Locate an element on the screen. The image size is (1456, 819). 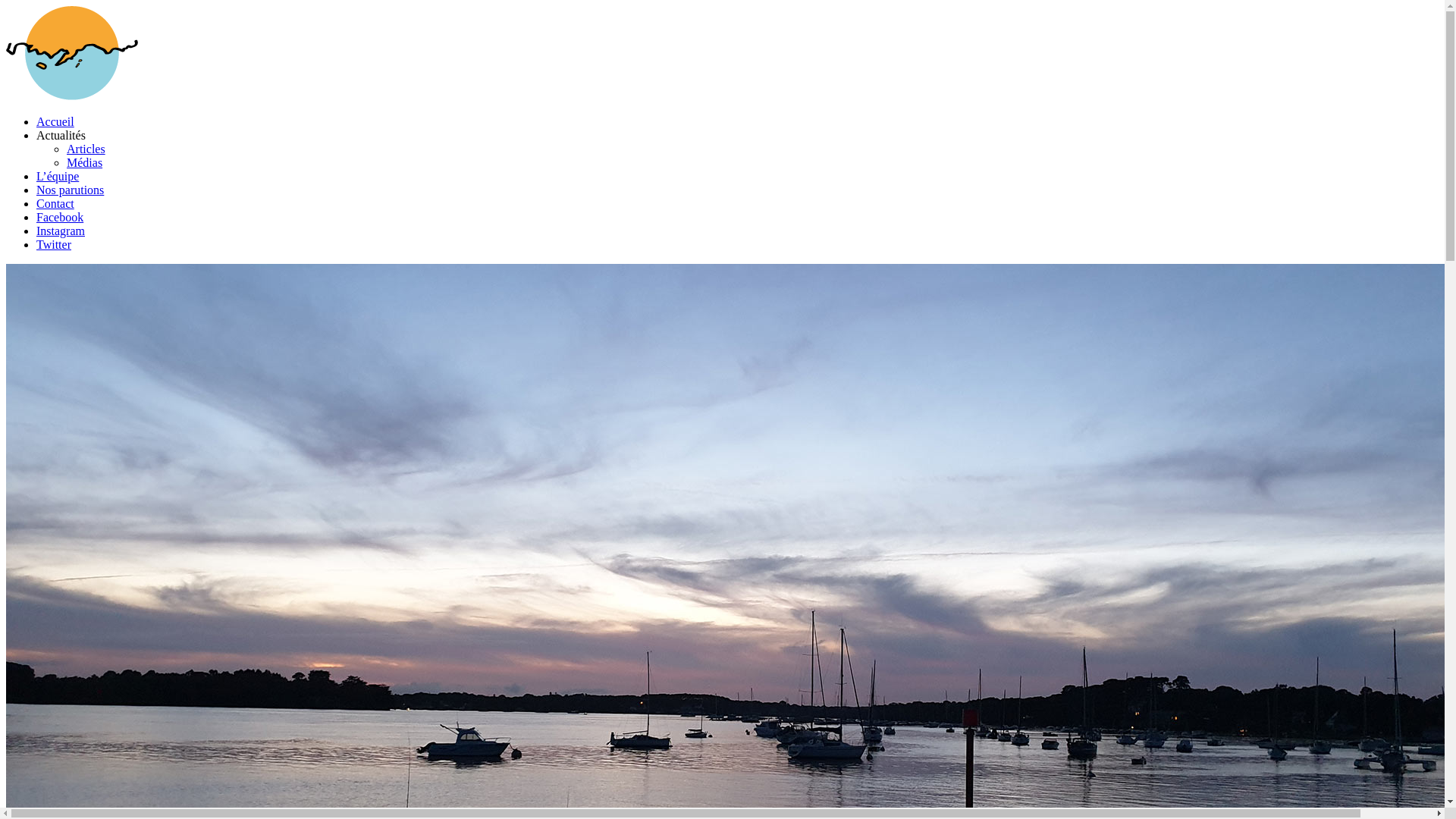
'Instagram' is located at coordinates (61, 231).